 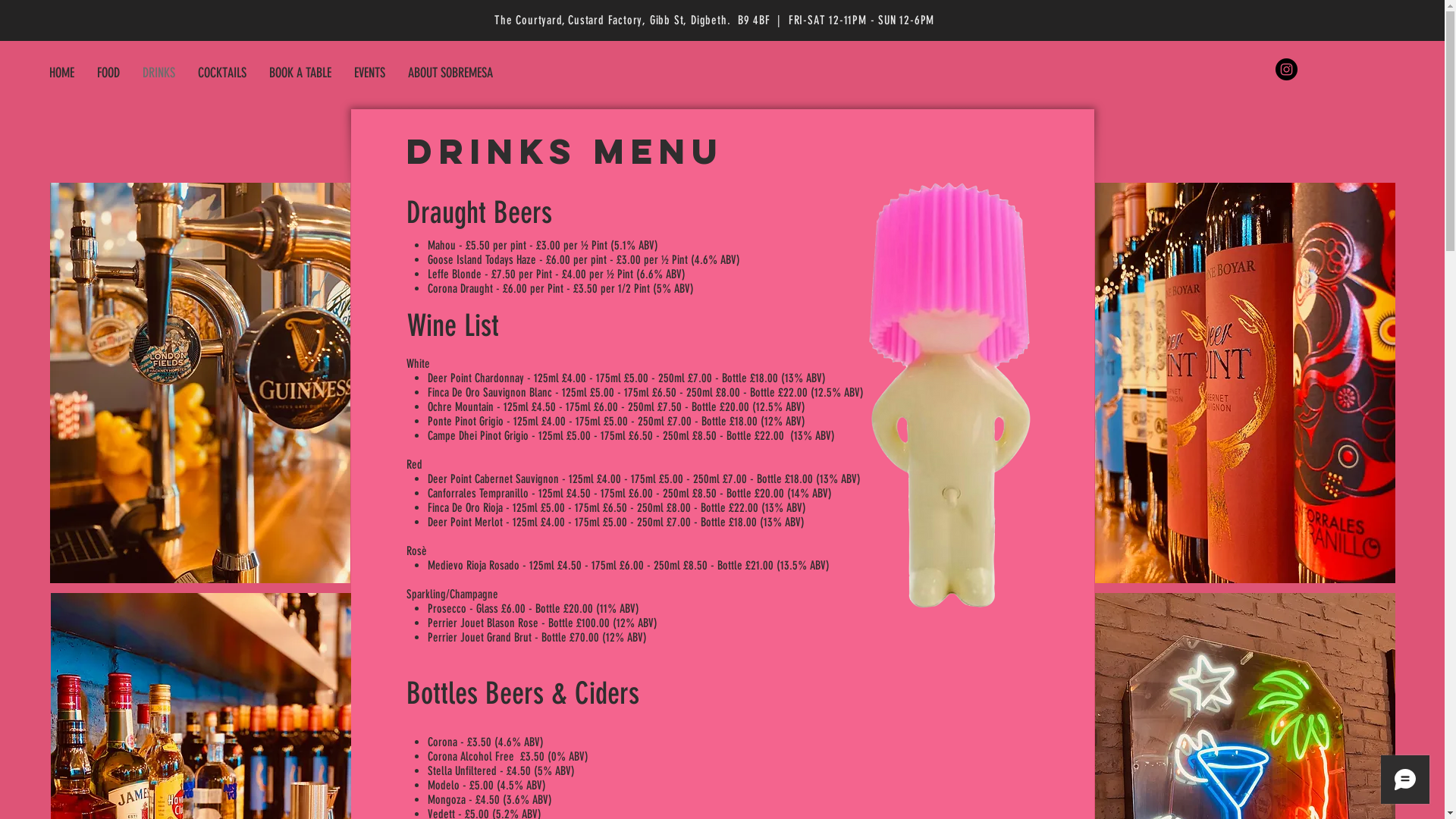 I want to click on 'DRINKS', so click(x=158, y=73).